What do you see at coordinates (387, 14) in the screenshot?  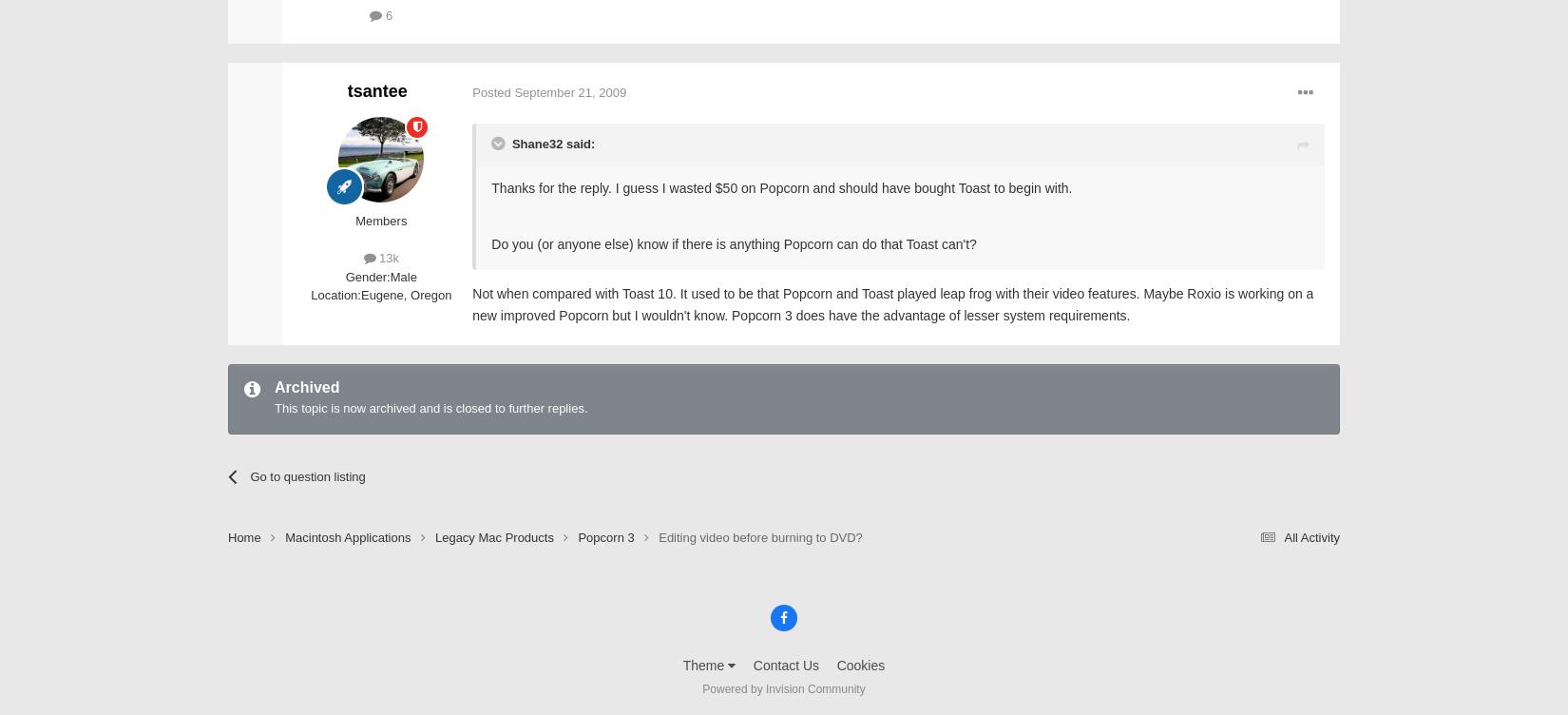 I see `'6'` at bounding box center [387, 14].